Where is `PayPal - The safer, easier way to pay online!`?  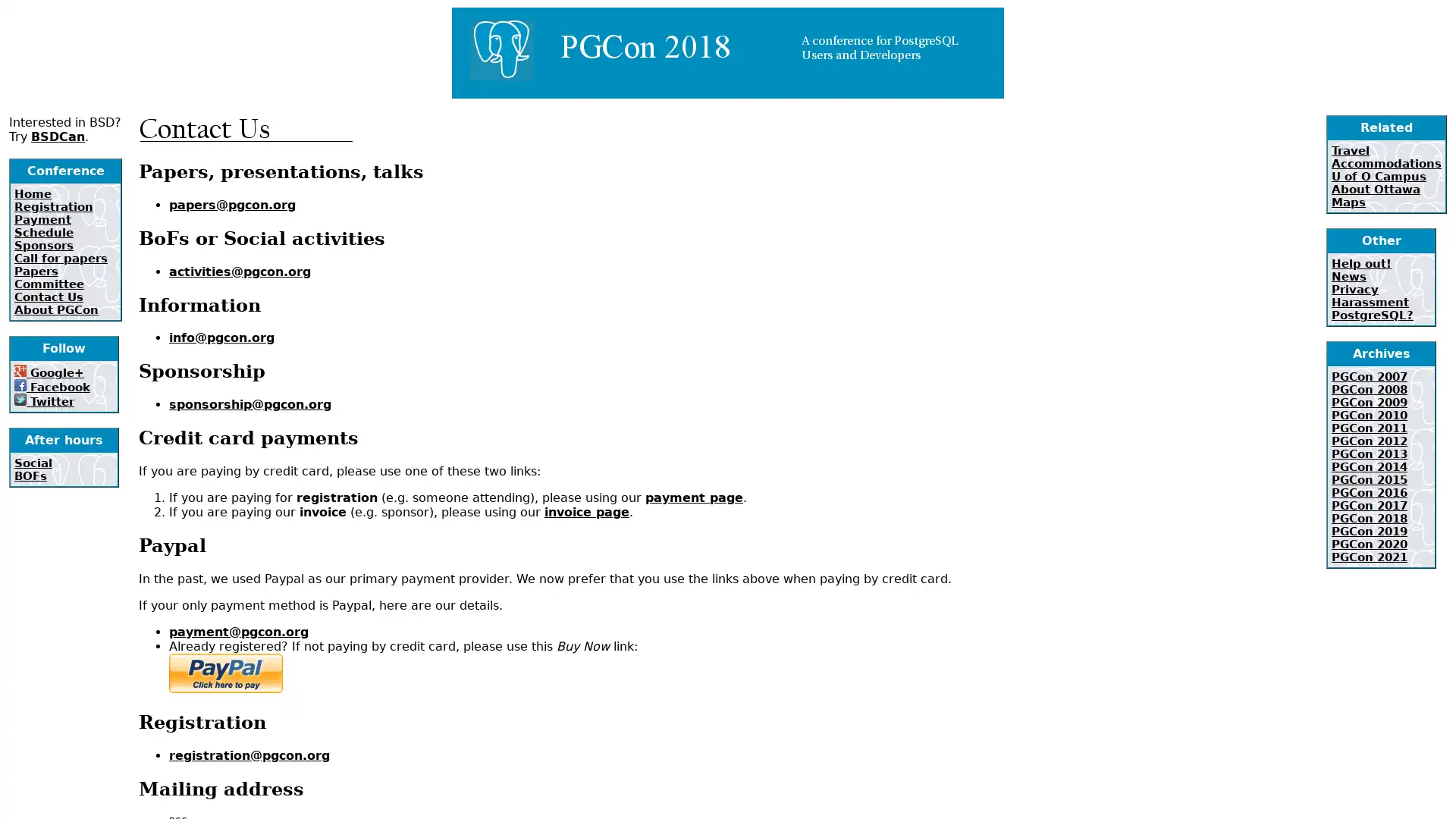 PayPal - The safer, easier way to pay online! is located at coordinates (224, 672).